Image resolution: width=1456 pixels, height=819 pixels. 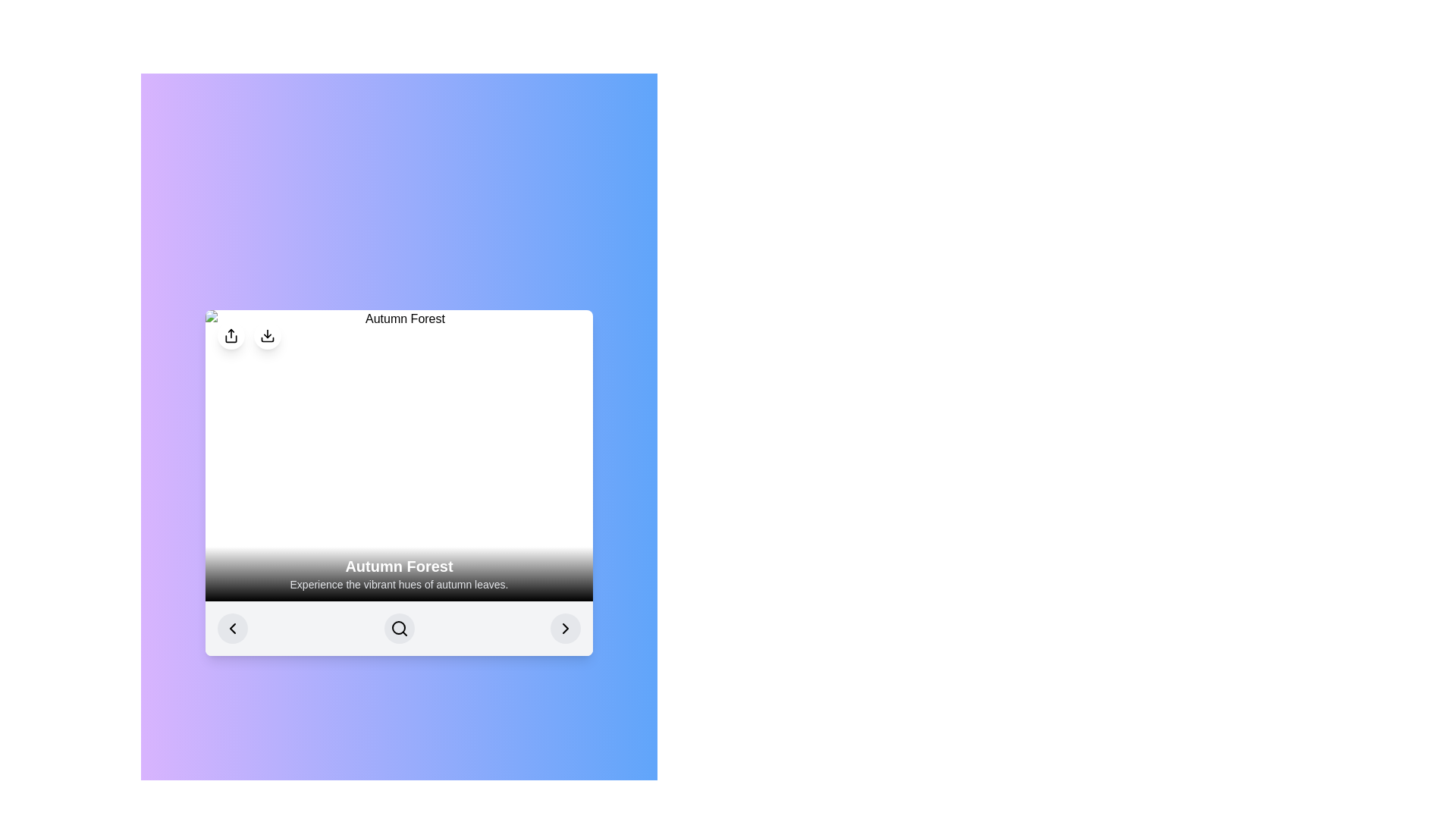 What do you see at coordinates (399, 584) in the screenshot?
I see `the text label displaying 'Experience the vibrant hues of autumn leaves.' which is centered below the 'Autumn Forest' text and has a gray color on a black-to-transparent gradient background` at bounding box center [399, 584].